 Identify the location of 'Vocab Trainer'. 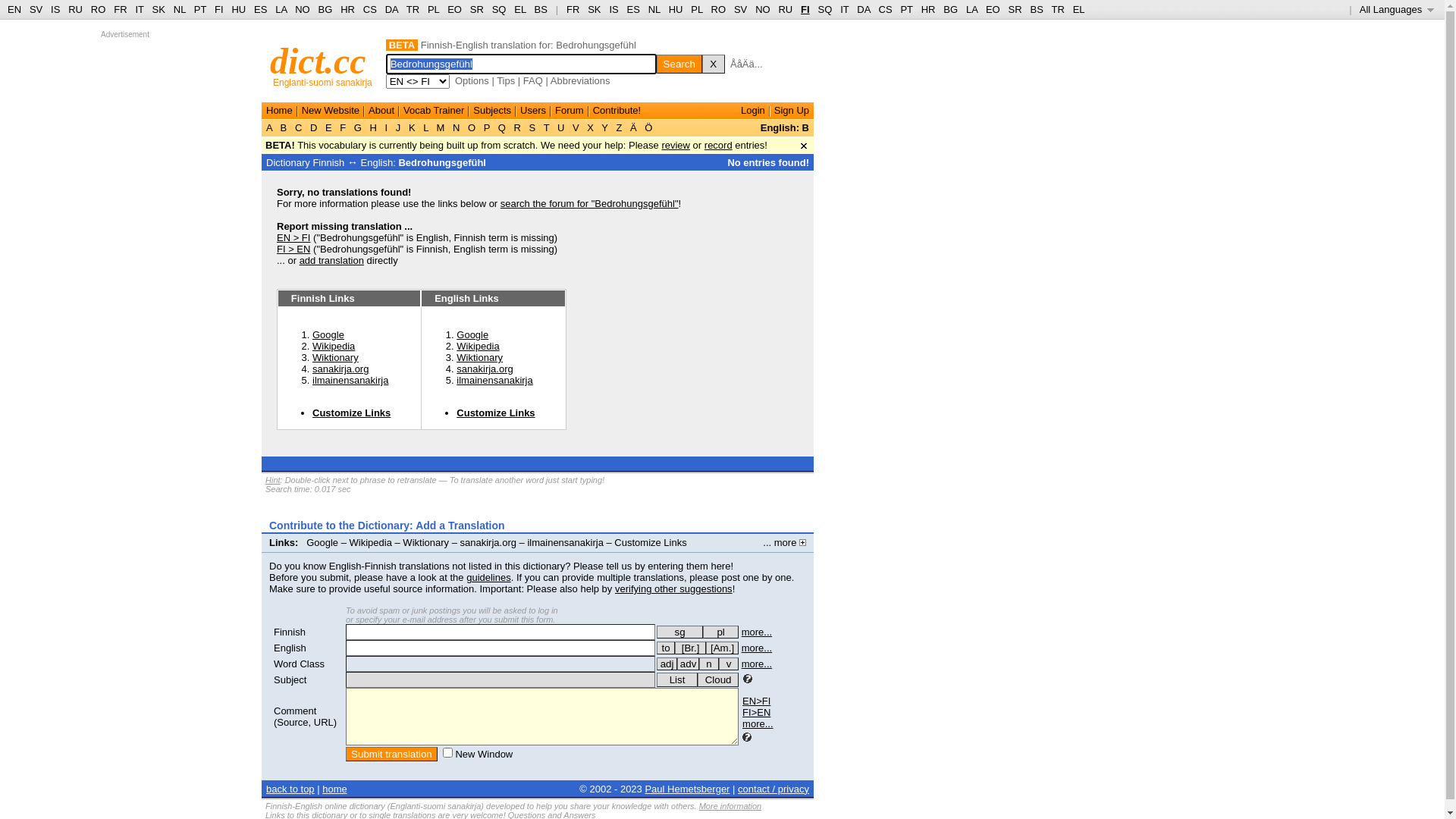
(432, 109).